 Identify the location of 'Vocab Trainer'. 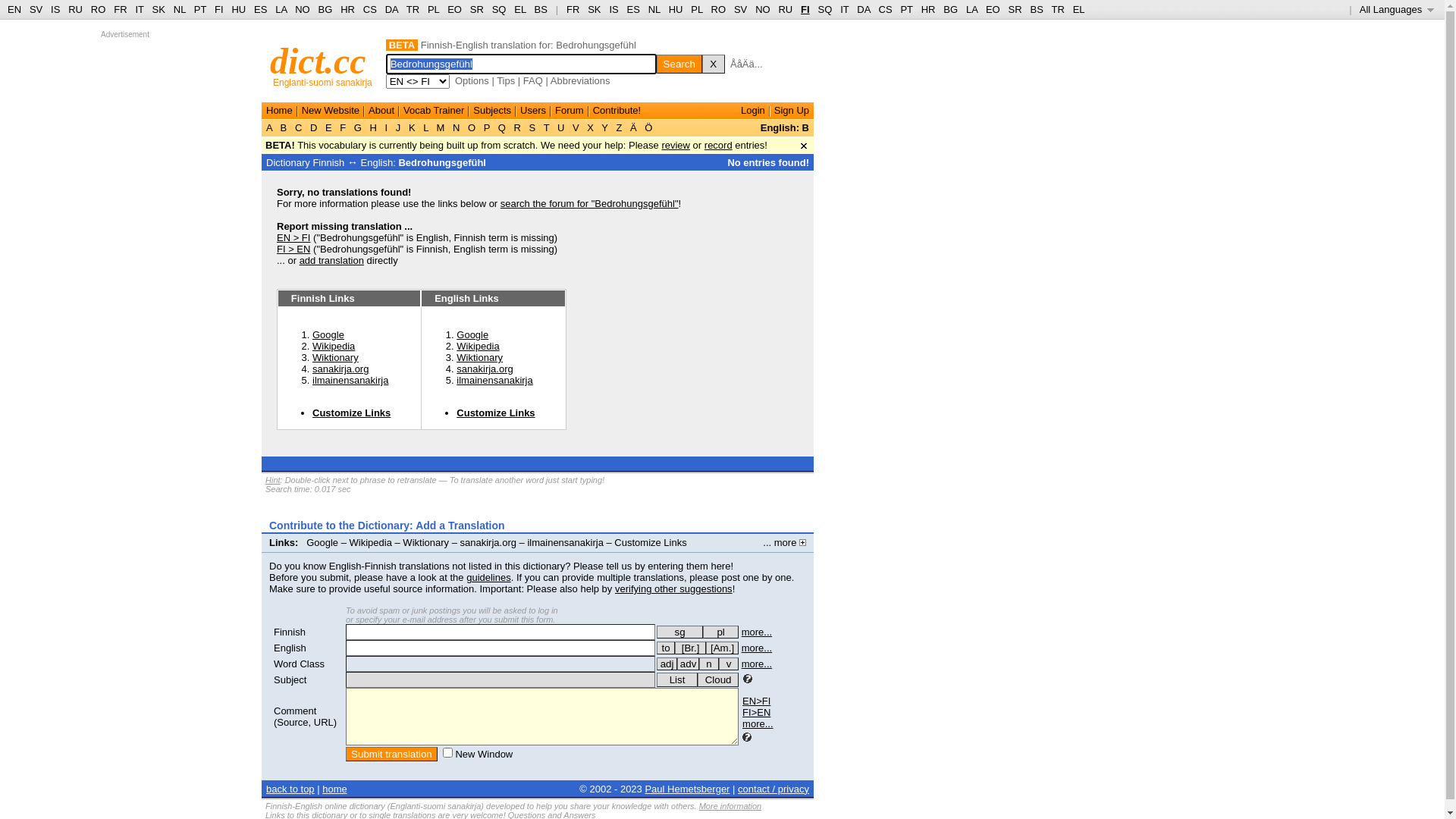
(432, 109).